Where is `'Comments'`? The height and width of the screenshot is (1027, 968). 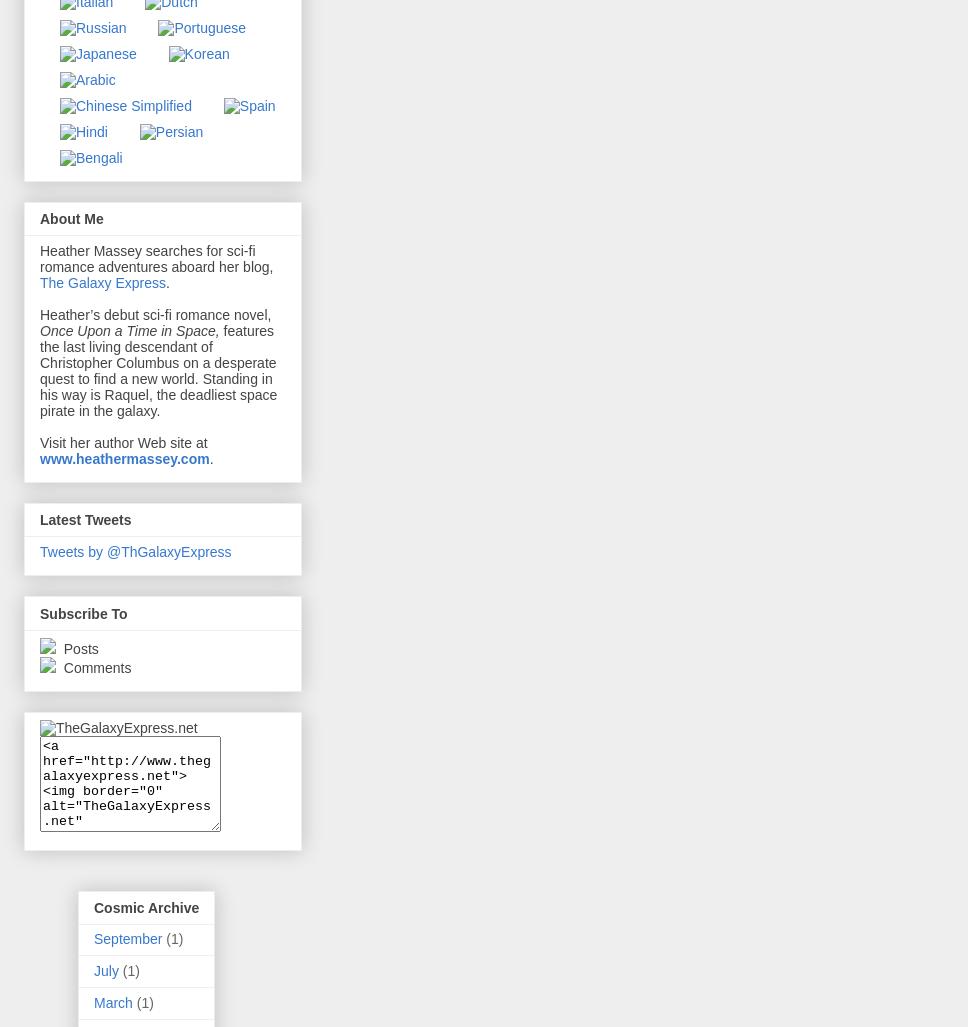
'Comments' is located at coordinates (94, 666).